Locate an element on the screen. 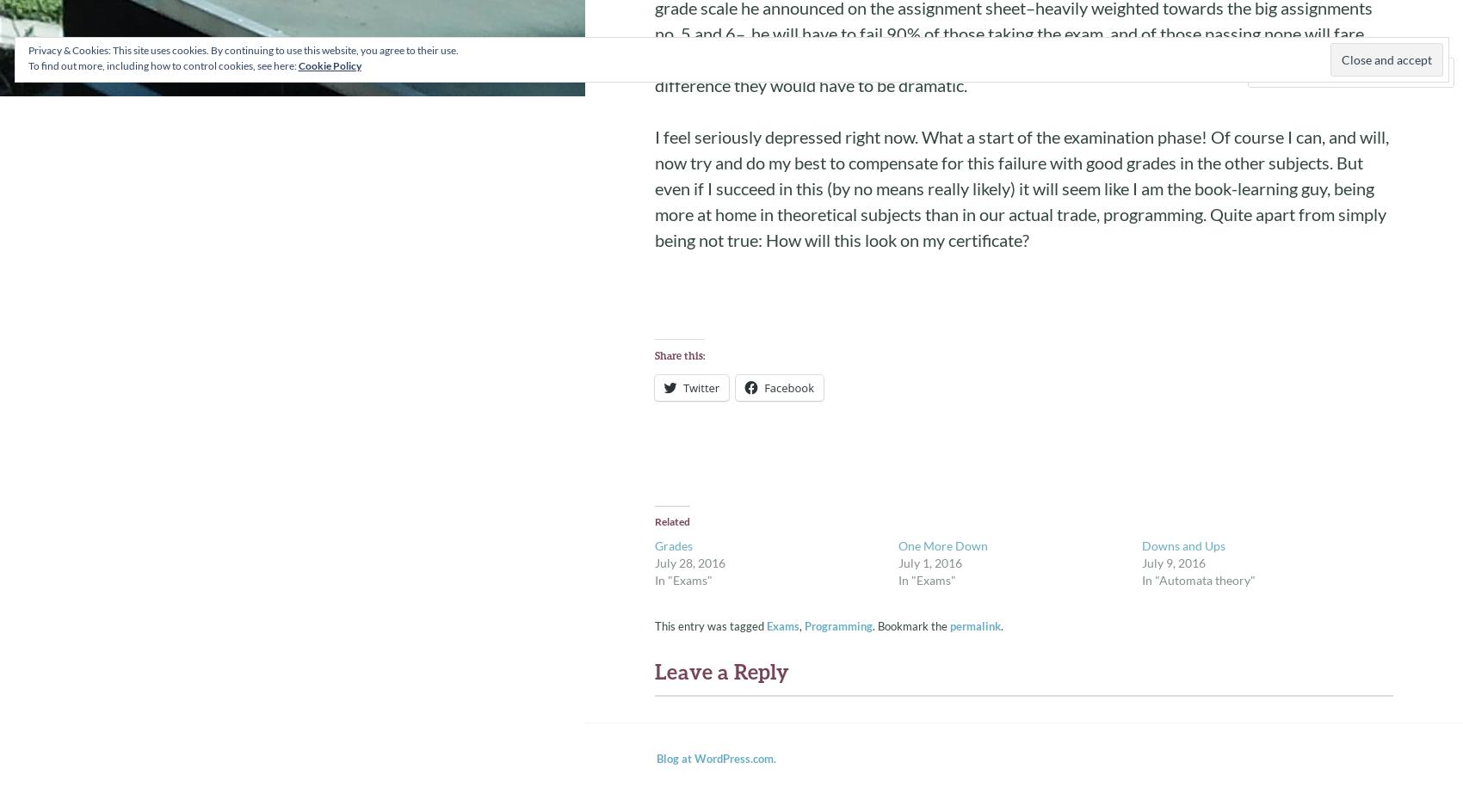 This screenshot has height=812, width=1463. '.' is located at coordinates (1002, 626).